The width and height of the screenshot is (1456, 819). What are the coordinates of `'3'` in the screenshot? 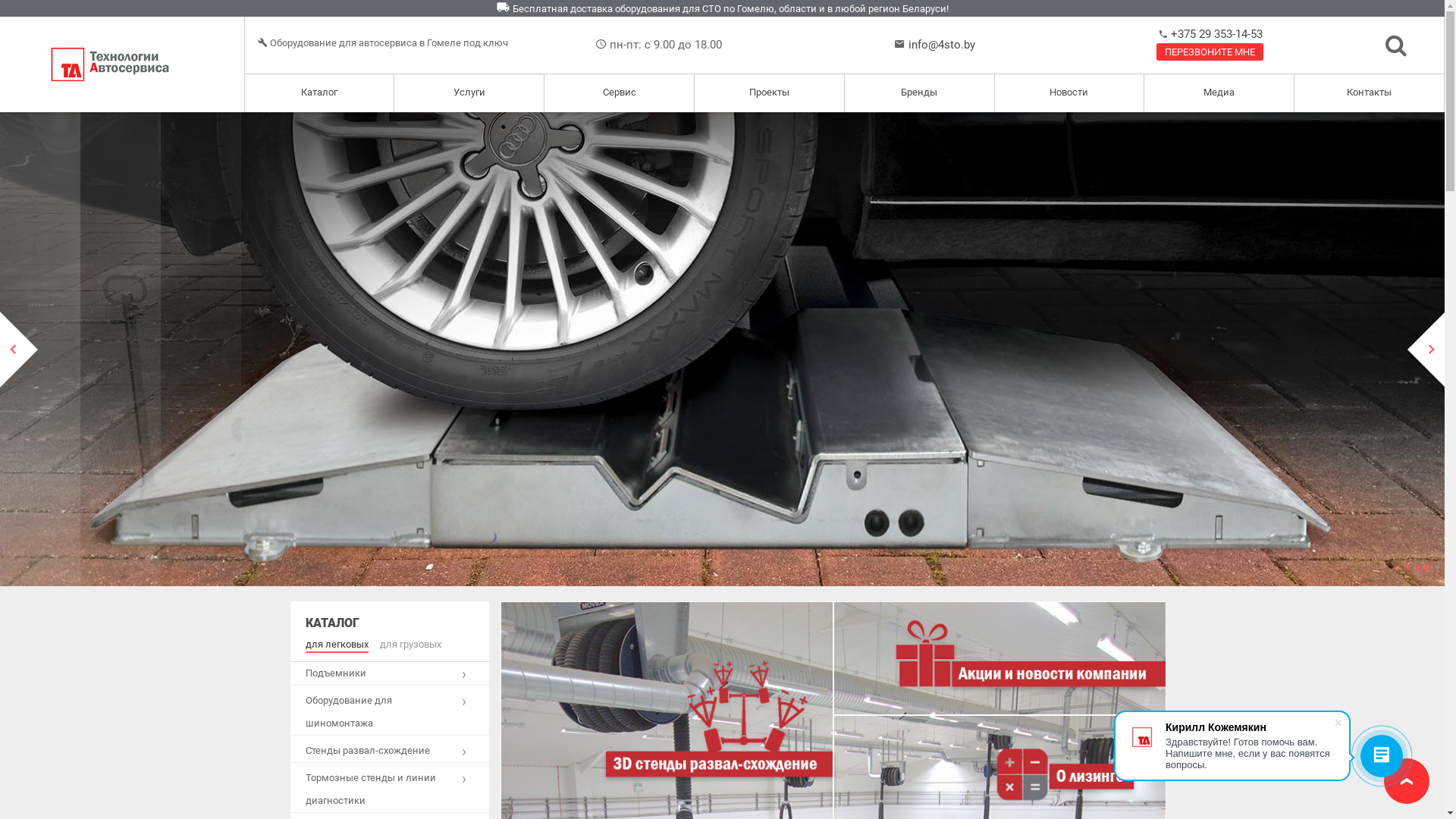 It's located at (1415, 567).